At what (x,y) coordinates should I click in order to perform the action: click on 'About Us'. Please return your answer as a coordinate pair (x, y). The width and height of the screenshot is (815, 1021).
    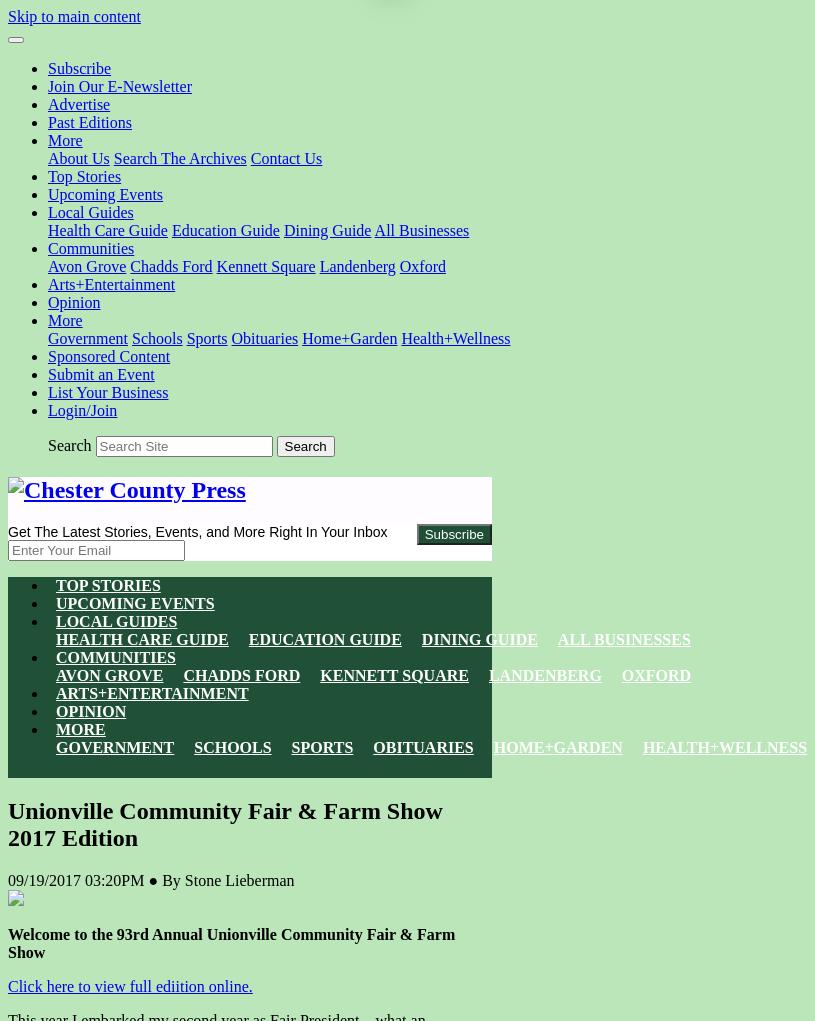
    Looking at the image, I should click on (77, 157).